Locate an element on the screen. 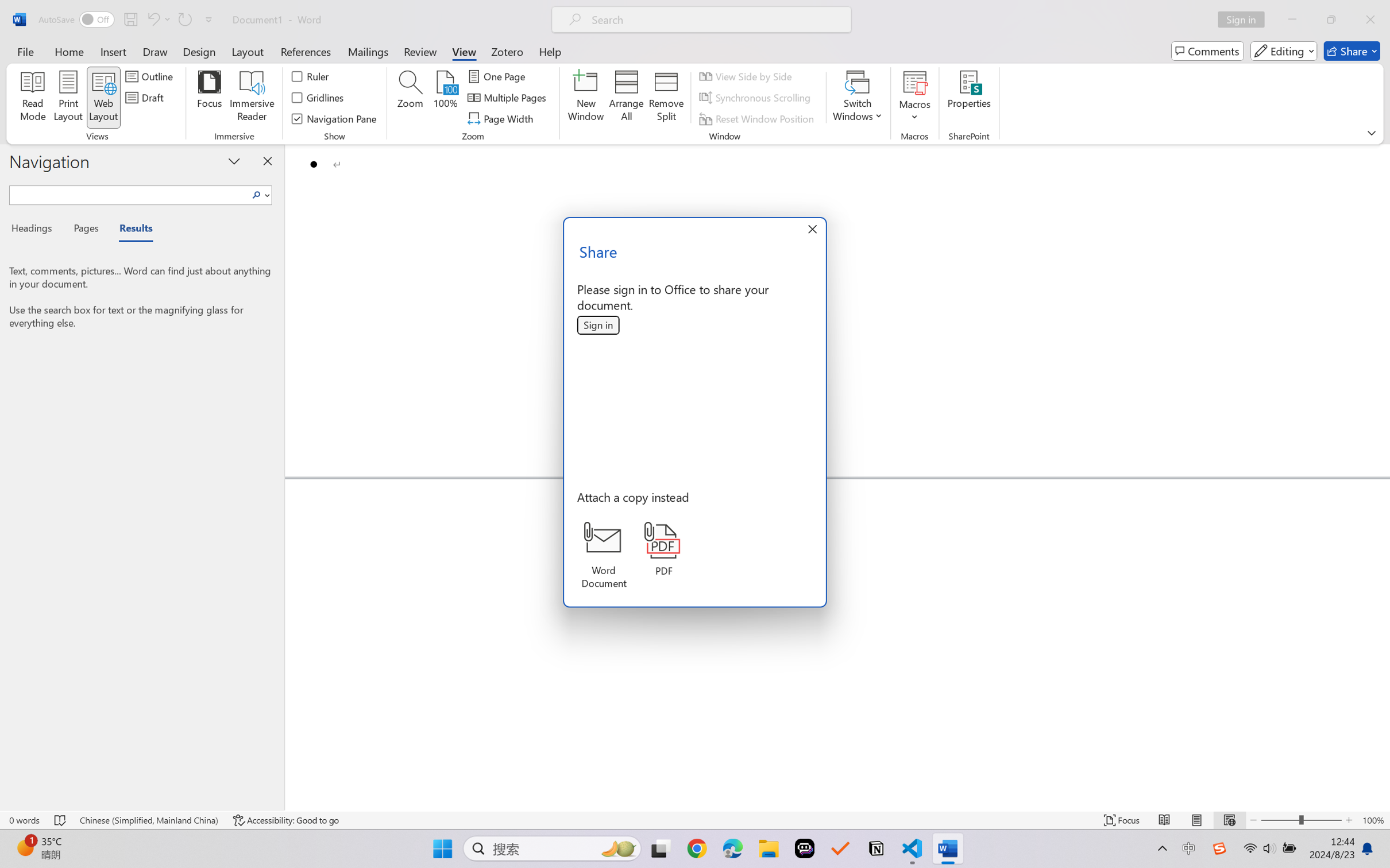  'Page Width' is located at coordinates (501, 119).